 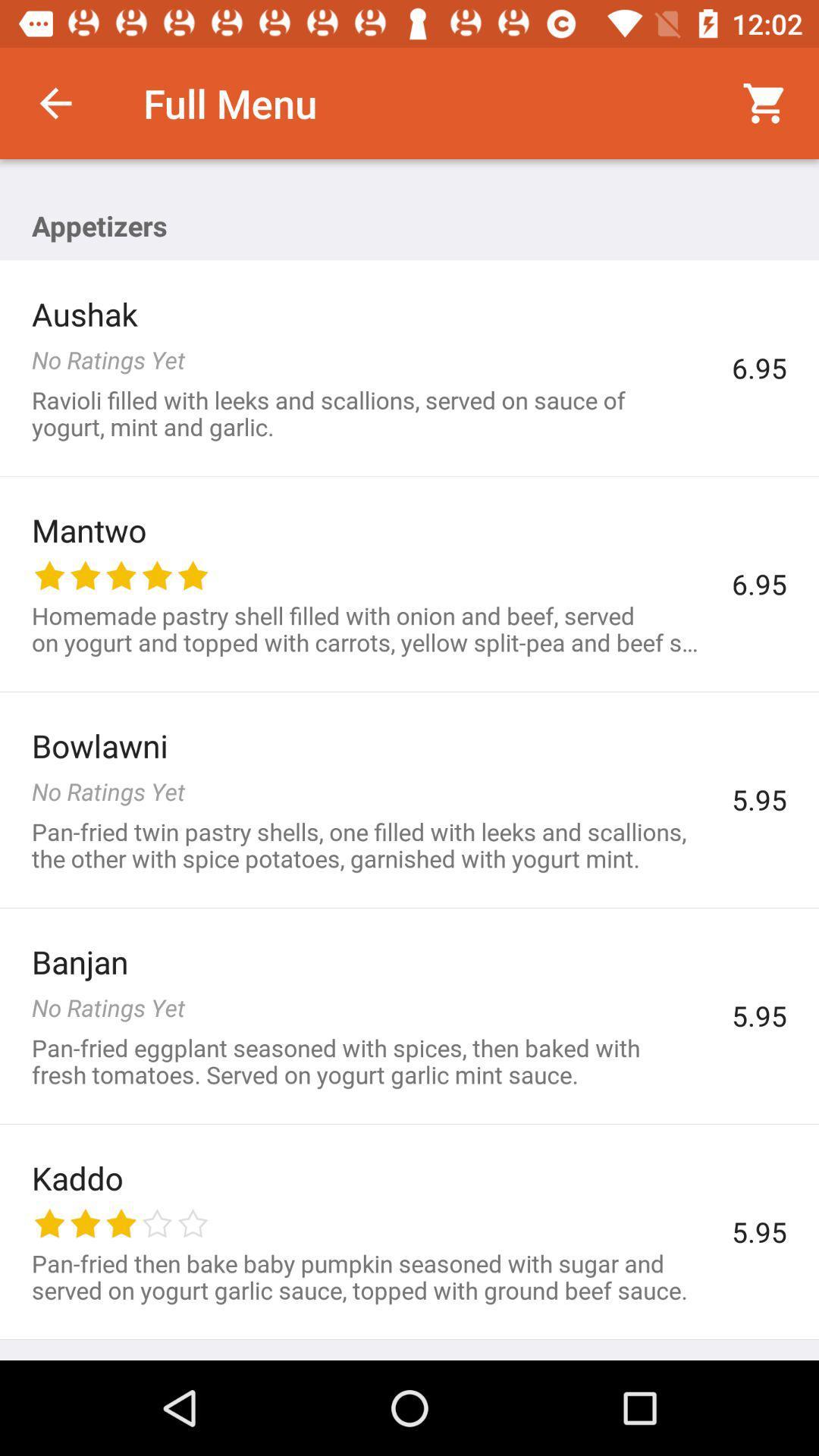 I want to click on icon next to full menu item, so click(x=55, y=102).